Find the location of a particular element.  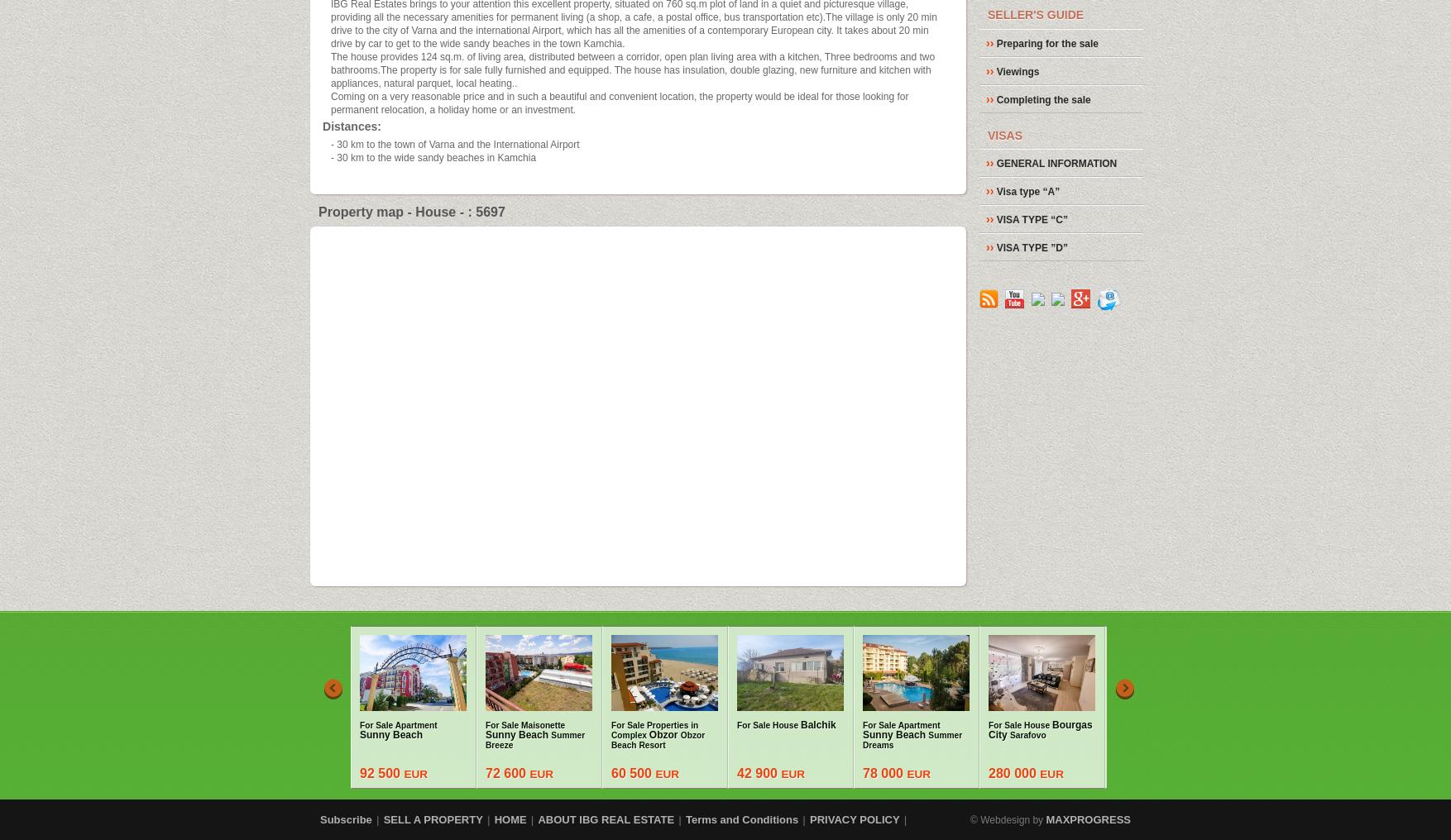

'- 30 km to the wide sandy beaches in Kamchia' is located at coordinates (432, 155).